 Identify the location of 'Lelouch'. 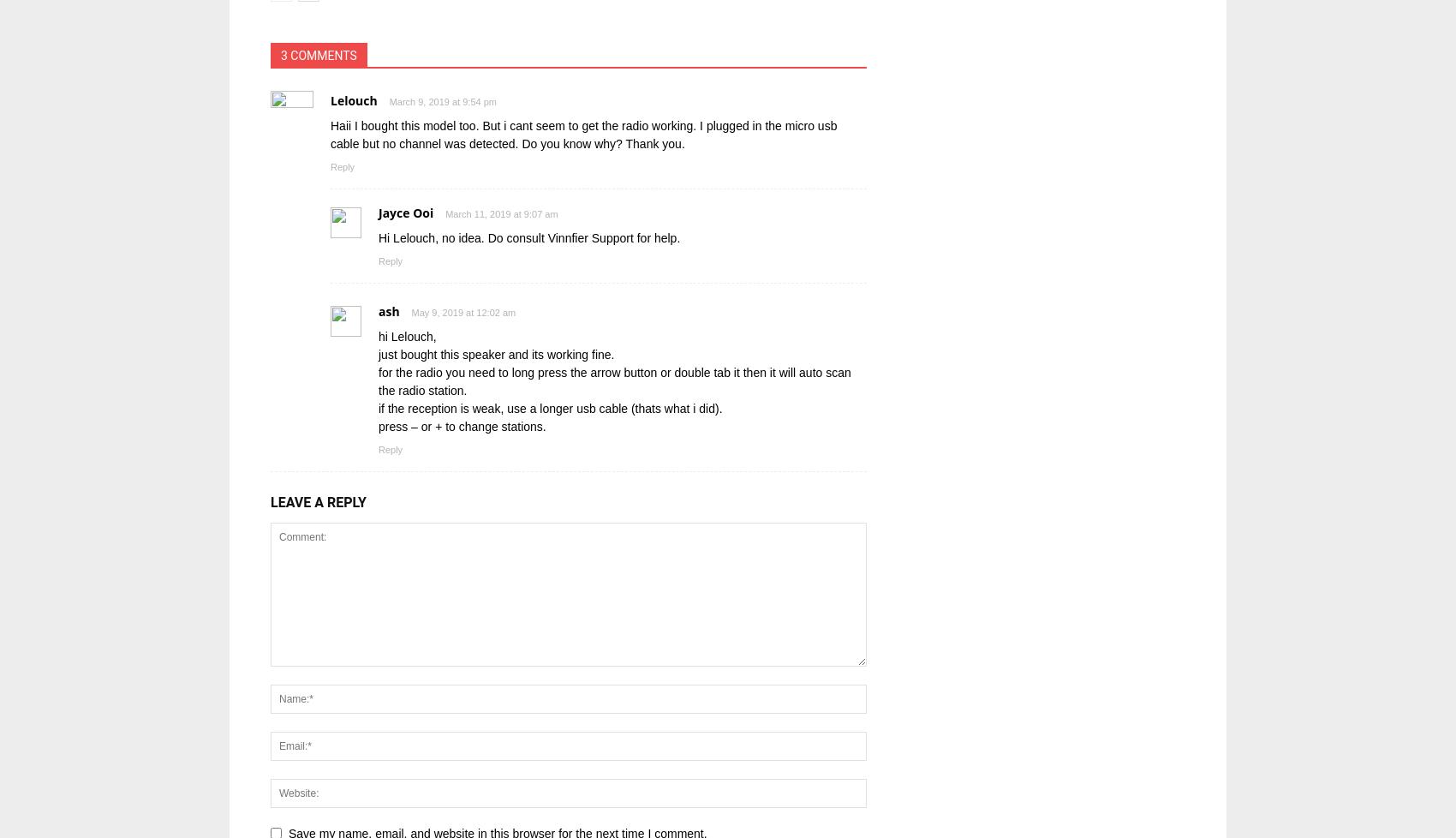
(352, 100).